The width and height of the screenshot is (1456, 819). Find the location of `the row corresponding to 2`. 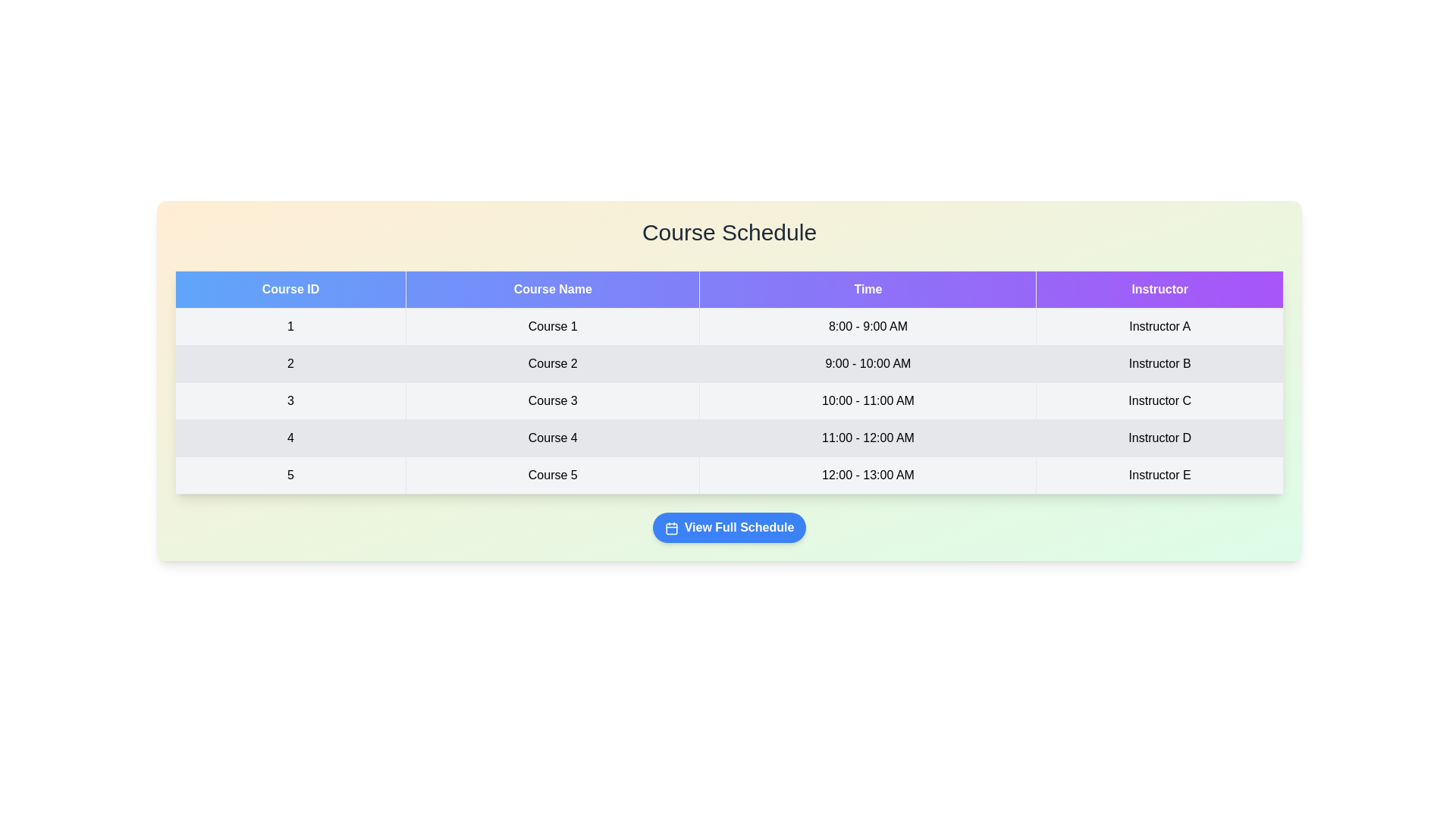

the row corresponding to 2 is located at coordinates (729, 363).